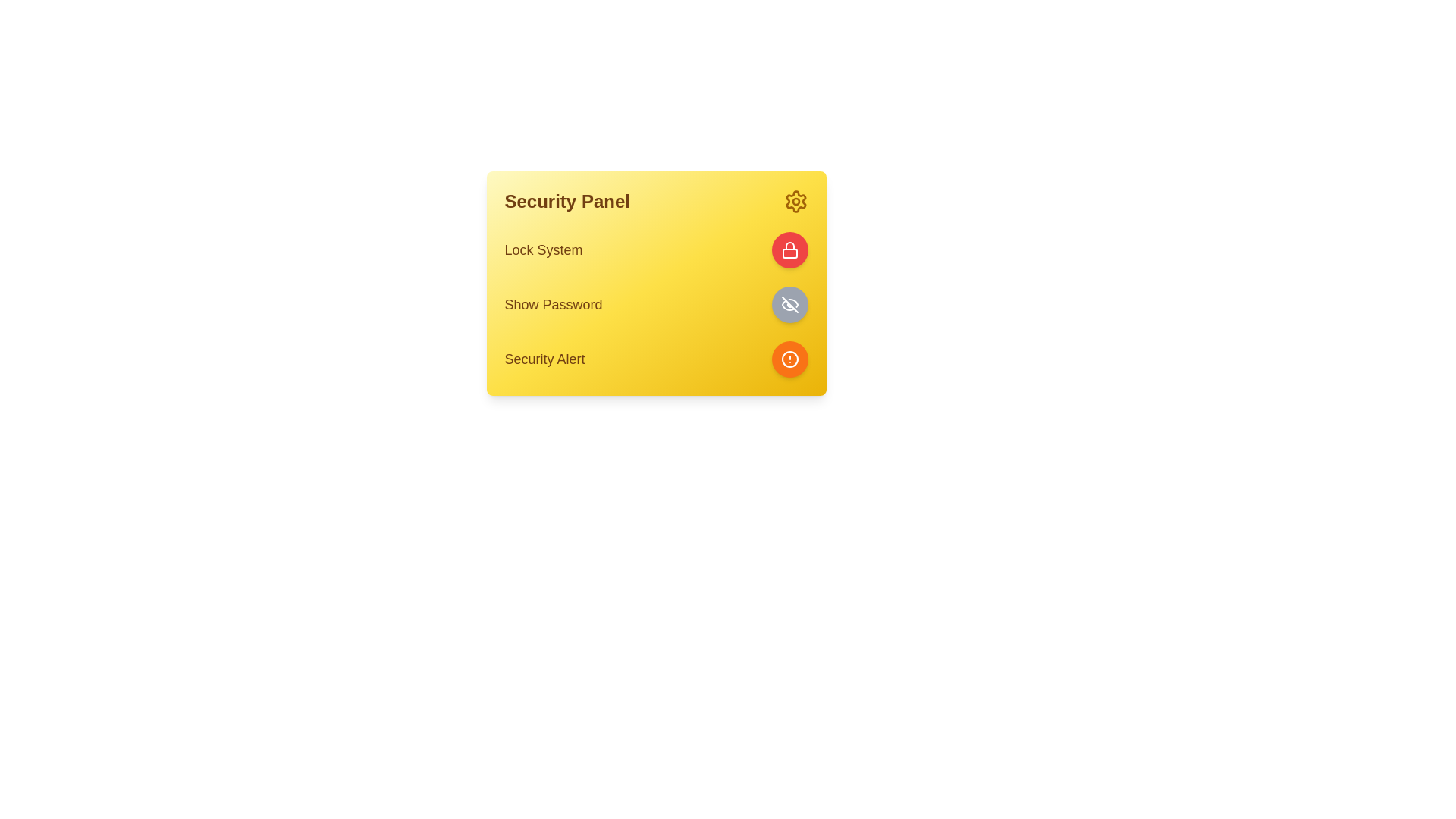 This screenshot has width=1456, height=819. Describe the element at coordinates (656, 249) in the screenshot. I see `the first element in the vertical list within the yellow 'Security Panel' that represents a locking functionality` at that location.